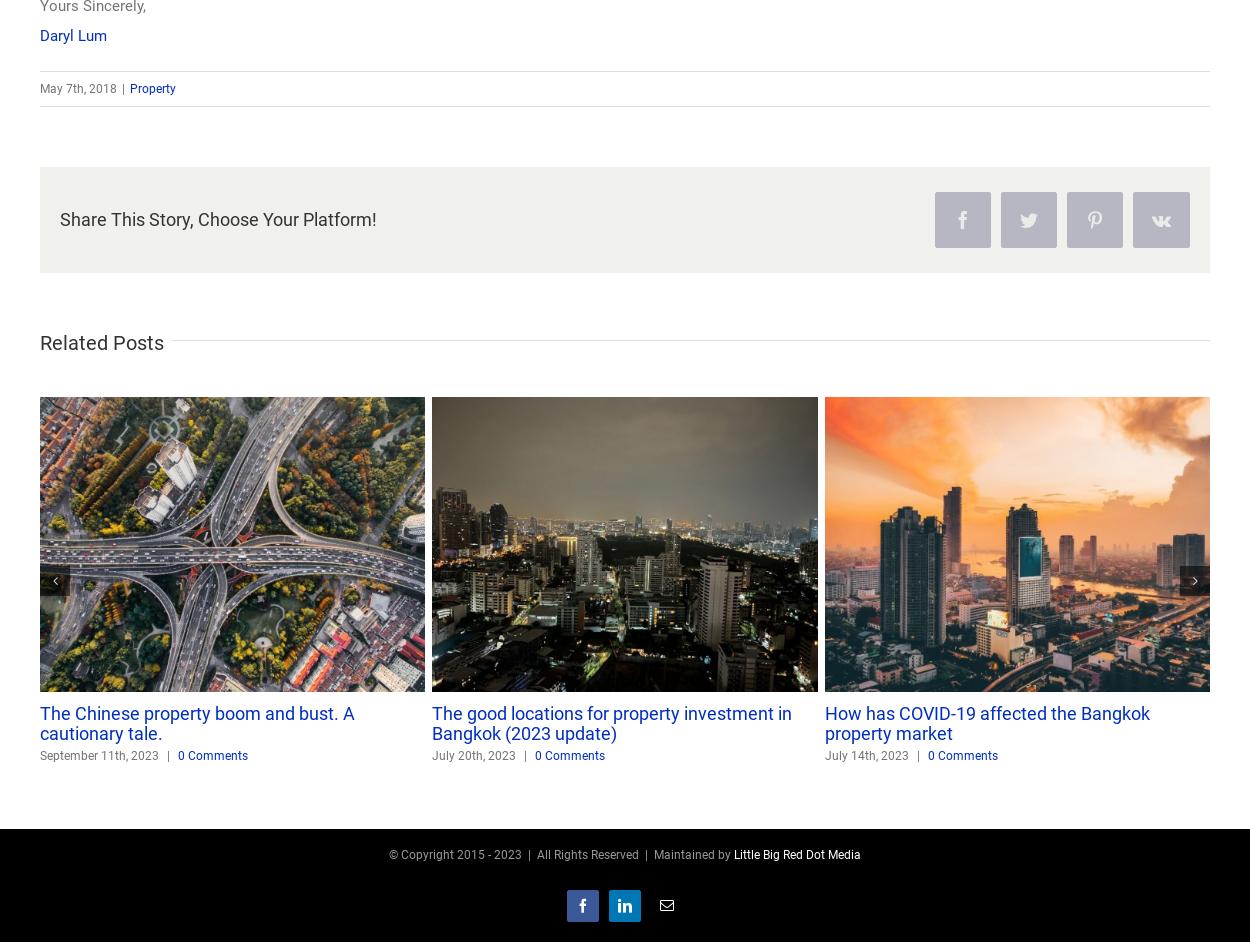 The height and width of the screenshot is (942, 1250). What do you see at coordinates (97, 755) in the screenshot?
I see `'September 11th, 2023'` at bounding box center [97, 755].